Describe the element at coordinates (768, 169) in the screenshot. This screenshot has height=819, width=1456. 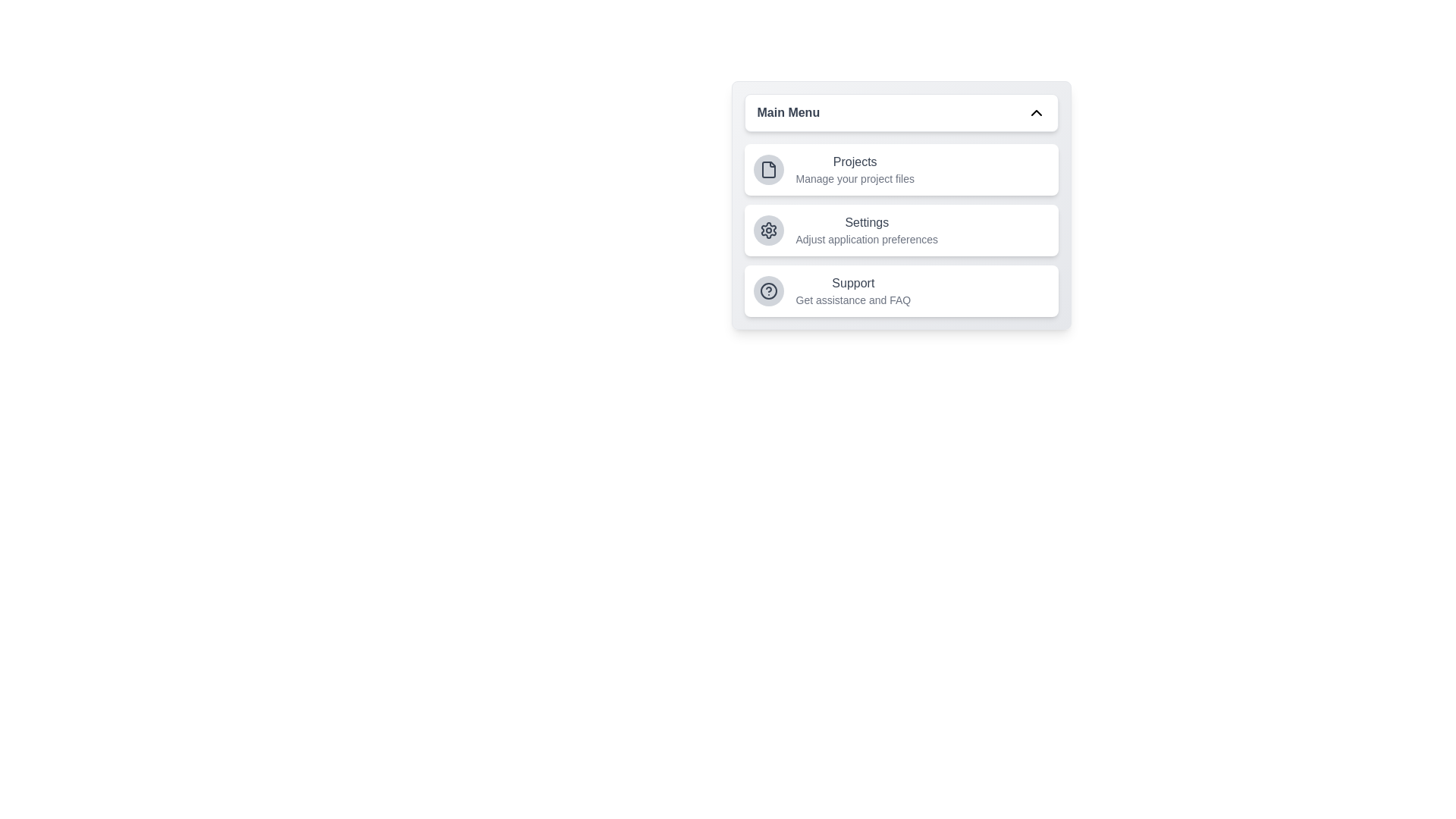
I see `the menu item icon corresponding to Projects` at that location.